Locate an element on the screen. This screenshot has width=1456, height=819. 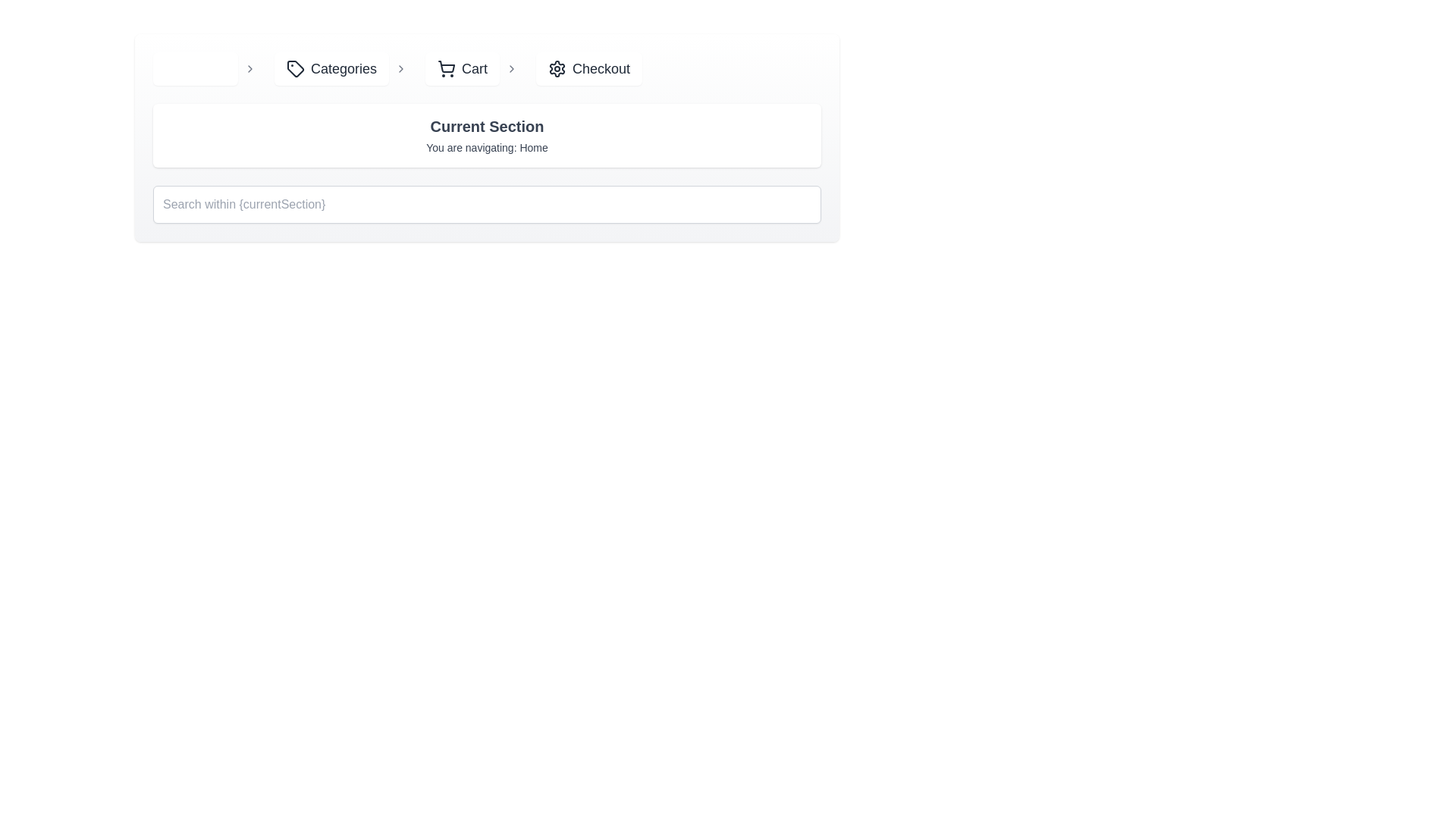
the 'Categories' navigation button, which is the first interactive button in the horizontal navigation bar, positioned left of 'Cart' and after a leftward-facing arrow is located at coordinates (331, 69).